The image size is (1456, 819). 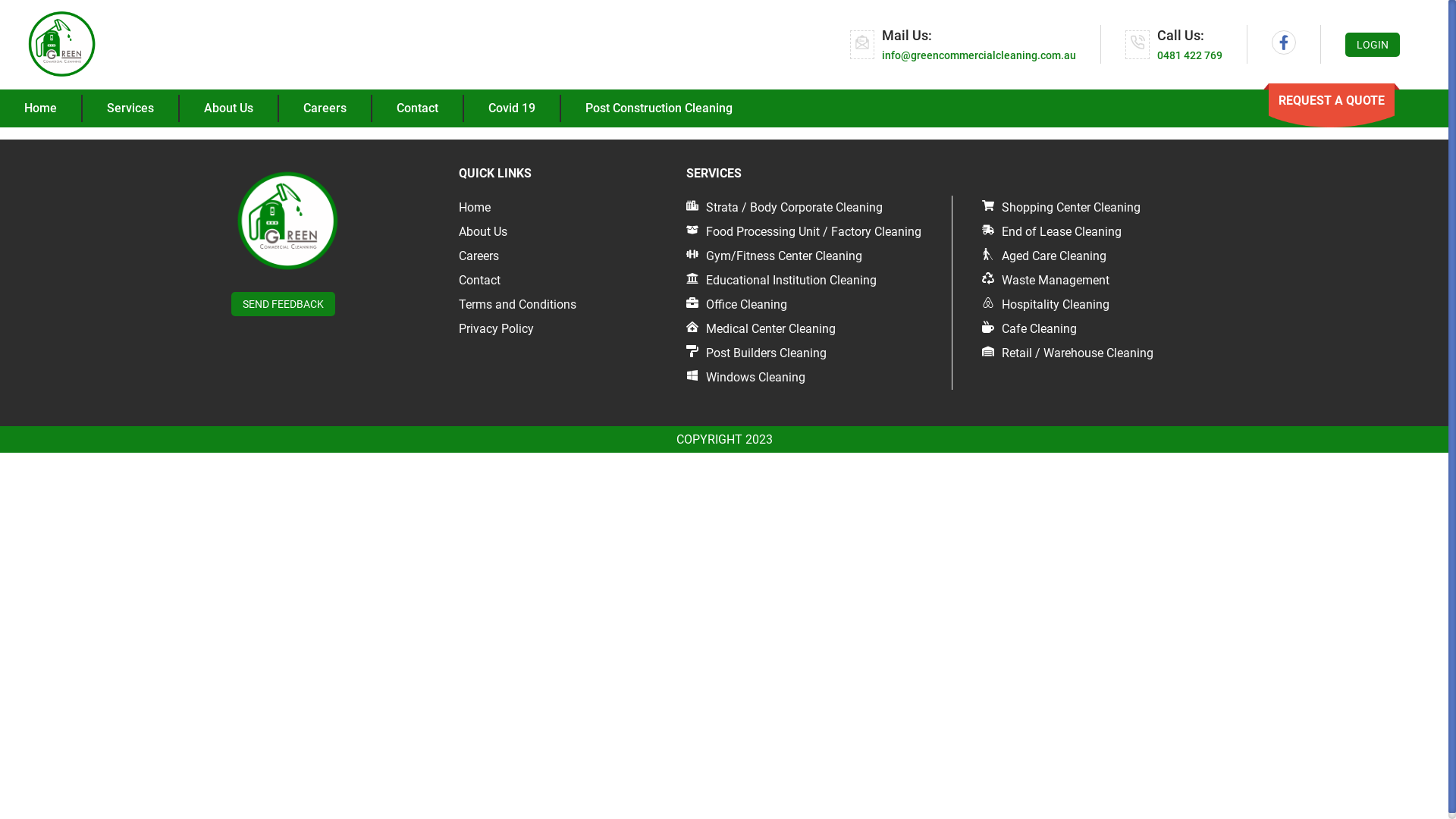 What do you see at coordinates (982, 207) in the screenshot?
I see `'Shopping Center Cleaning'` at bounding box center [982, 207].